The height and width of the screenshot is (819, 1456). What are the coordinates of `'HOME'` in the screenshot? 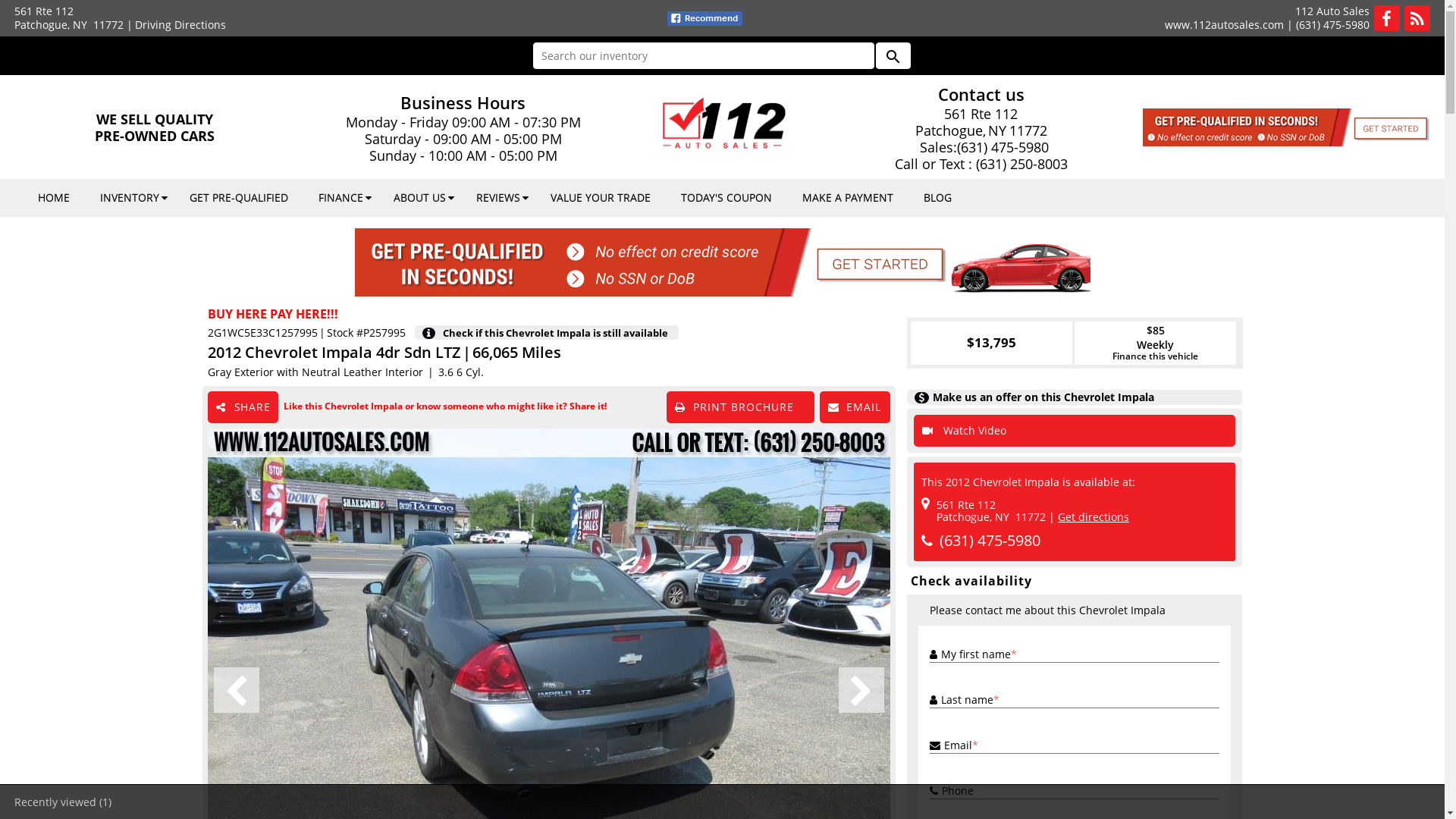 It's located at (54, 197).